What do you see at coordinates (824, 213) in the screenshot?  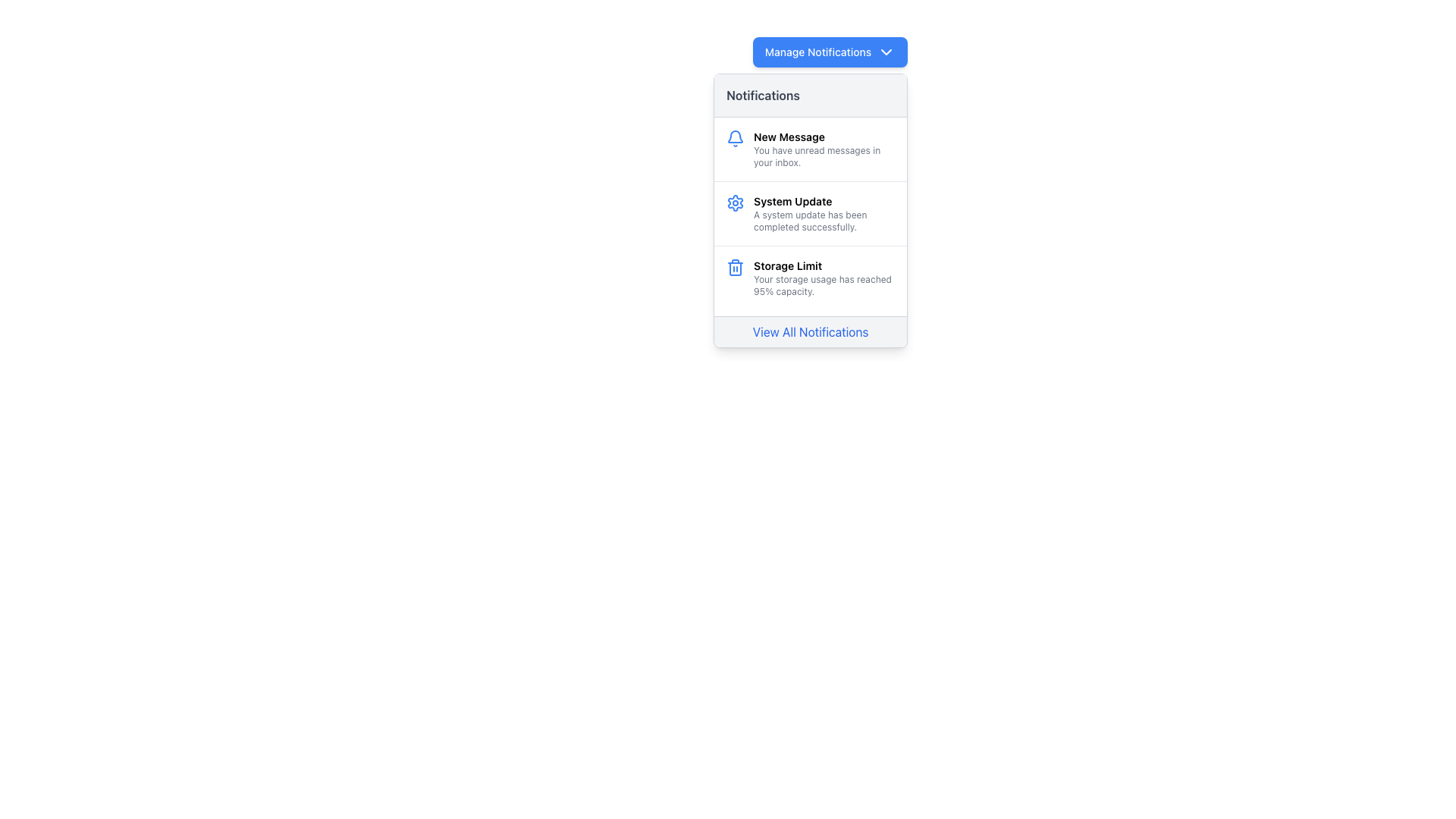 I see `the second notification block in the sidebar that informs the user about a completed system update` at bounding box center [824, 213].